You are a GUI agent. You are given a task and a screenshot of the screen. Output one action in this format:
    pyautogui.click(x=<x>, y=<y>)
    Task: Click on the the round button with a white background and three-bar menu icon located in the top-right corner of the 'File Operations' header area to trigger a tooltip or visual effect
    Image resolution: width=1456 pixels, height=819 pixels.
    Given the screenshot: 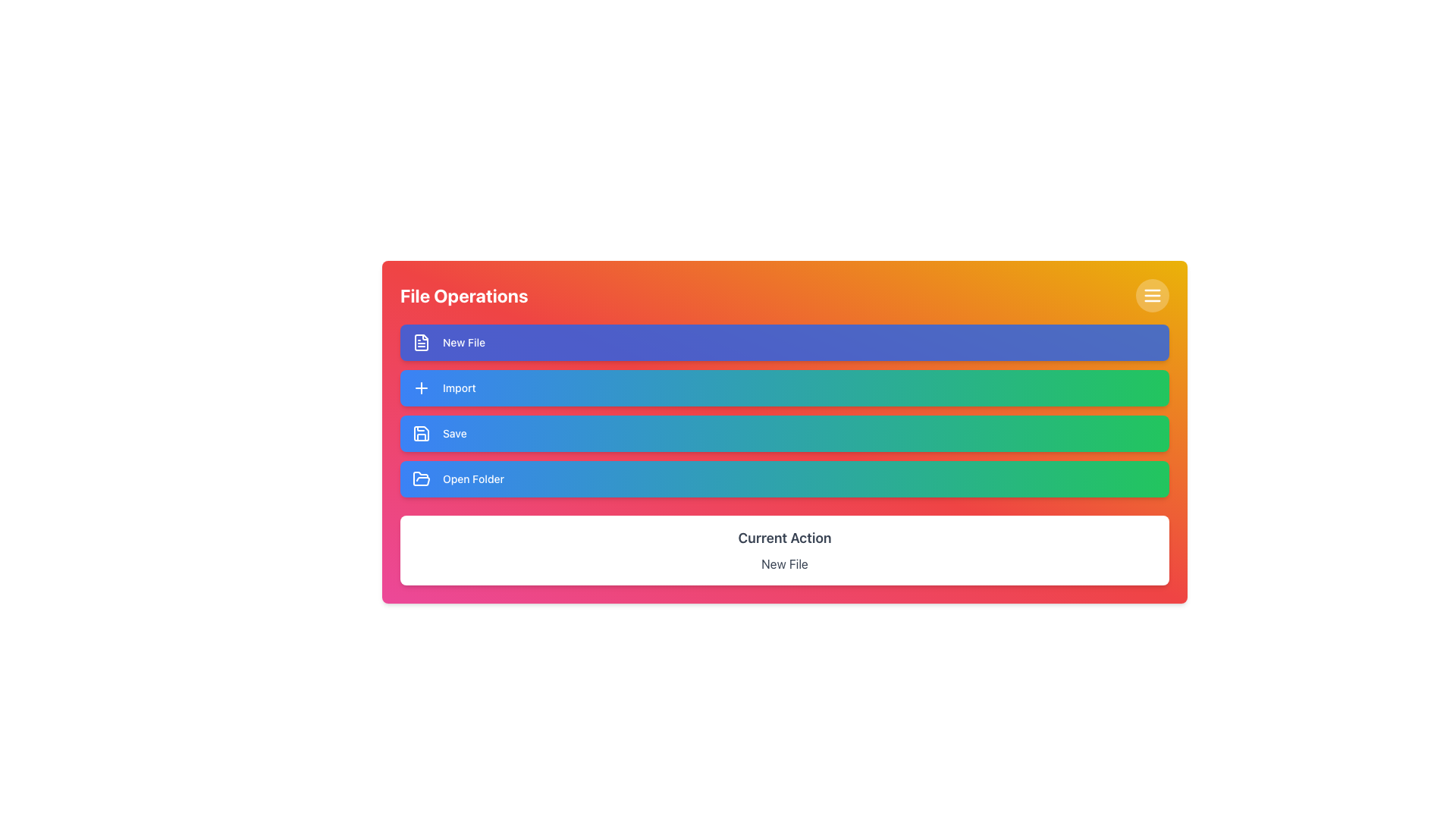 What is the action you would take?
    pyautogui.click(x=1153, y=295)
    